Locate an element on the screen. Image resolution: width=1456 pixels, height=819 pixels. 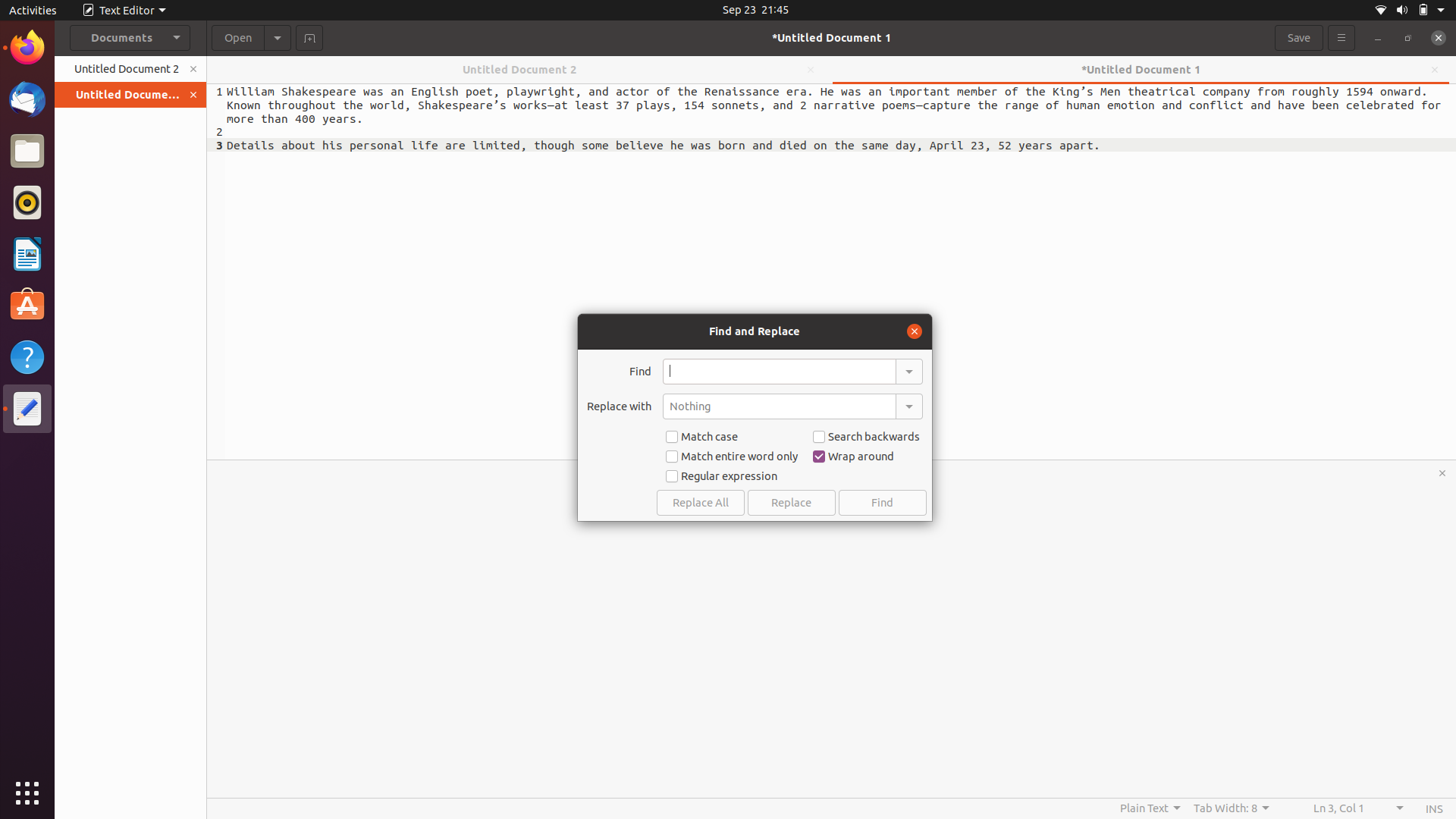
Search all appearances of the word which was searched before the last is located at coordinates (908, 370).